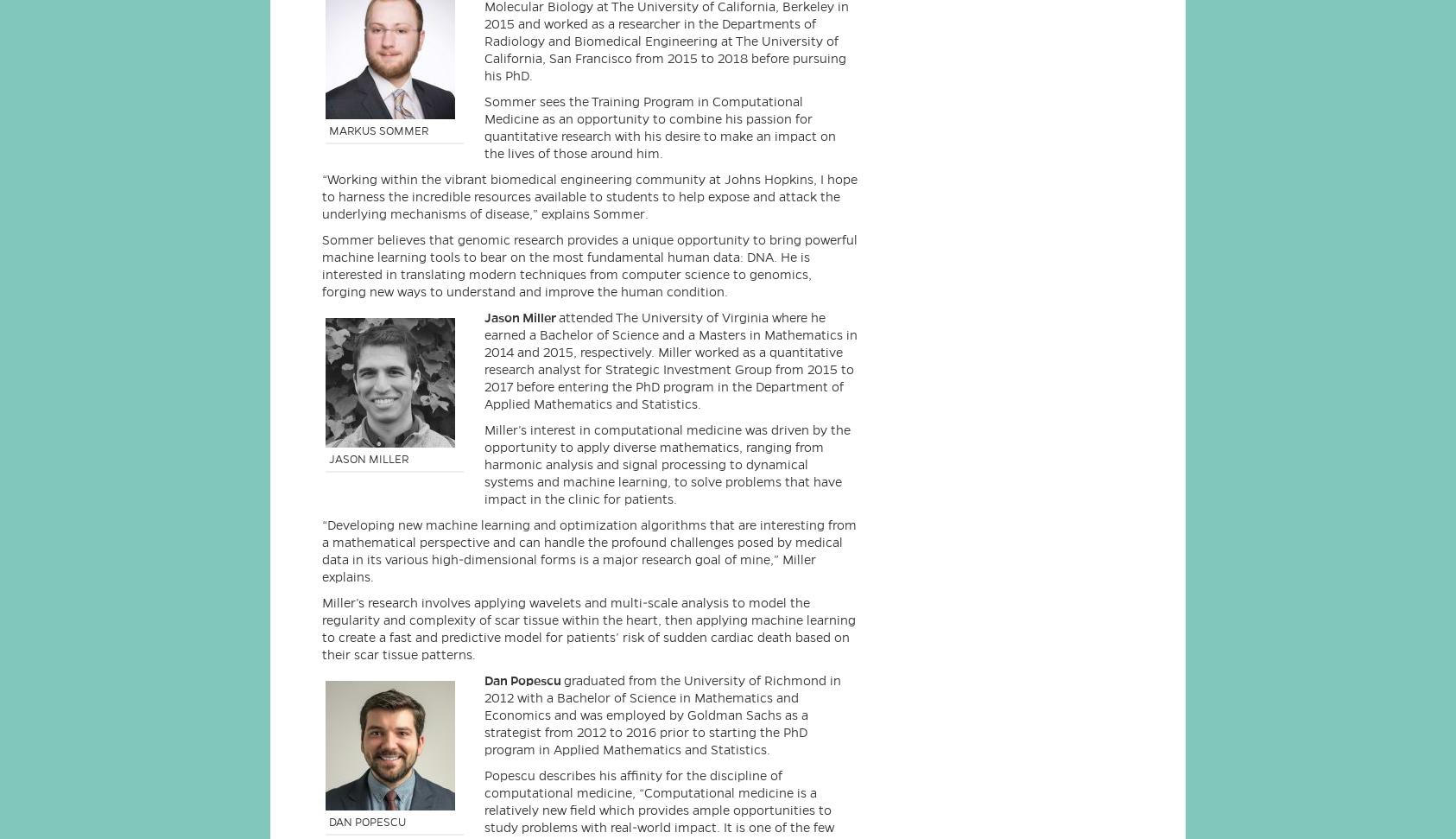 Image resolution: width=1456 pixels, height=839 pixels. Describe the element at coordinates (588, 196) in the screenshot. I see `'“Working within the vibrant biomedical engineering community at Johns Hopkins, I hope to harness the incredible resources available to students to help expose and attack the underlying mechanisms of disease,” explains Sommer.'` at that location.